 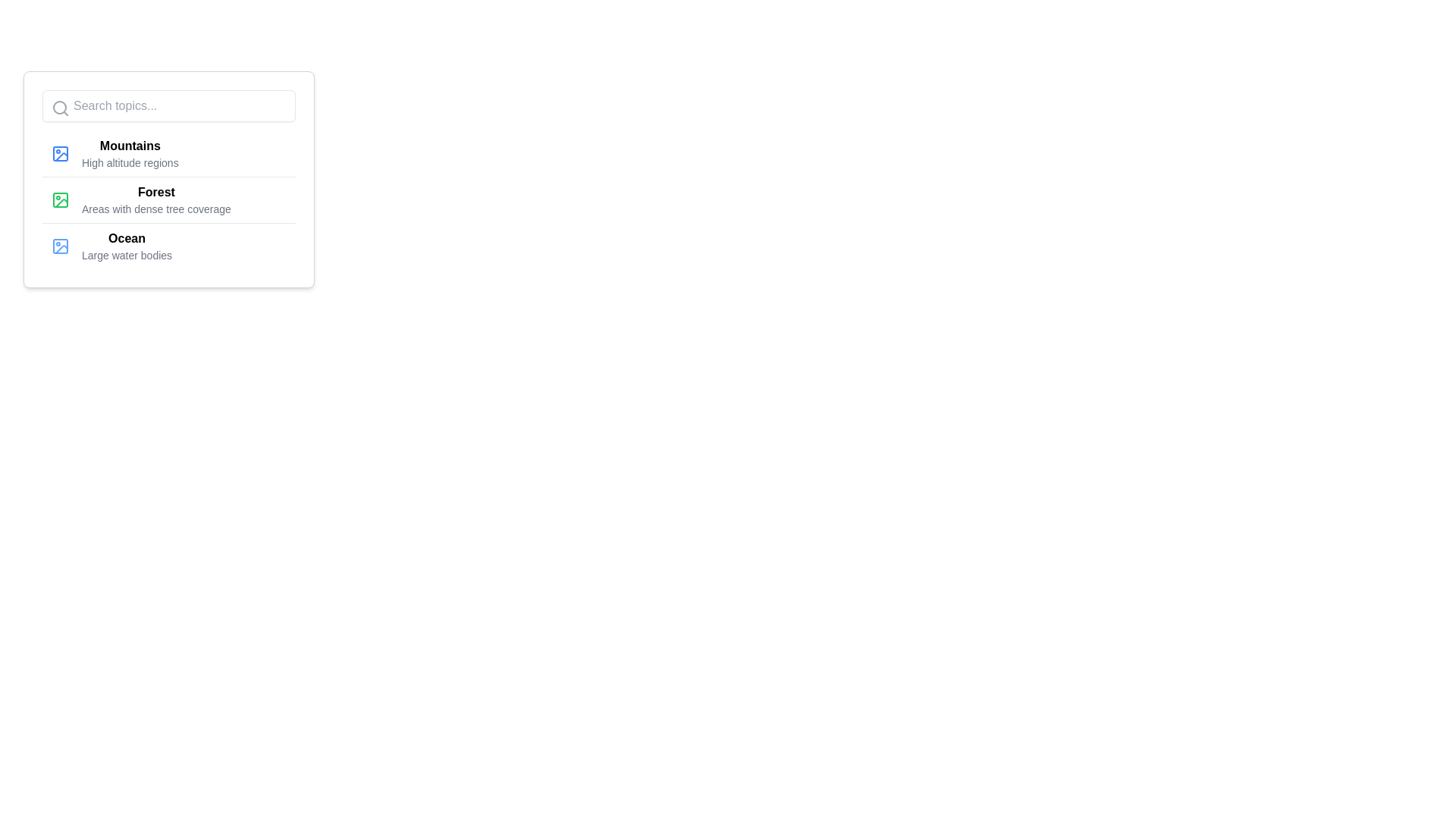 I want to click on the 'Mountains' category selector in the clickable list, so click(x=168, y=154).